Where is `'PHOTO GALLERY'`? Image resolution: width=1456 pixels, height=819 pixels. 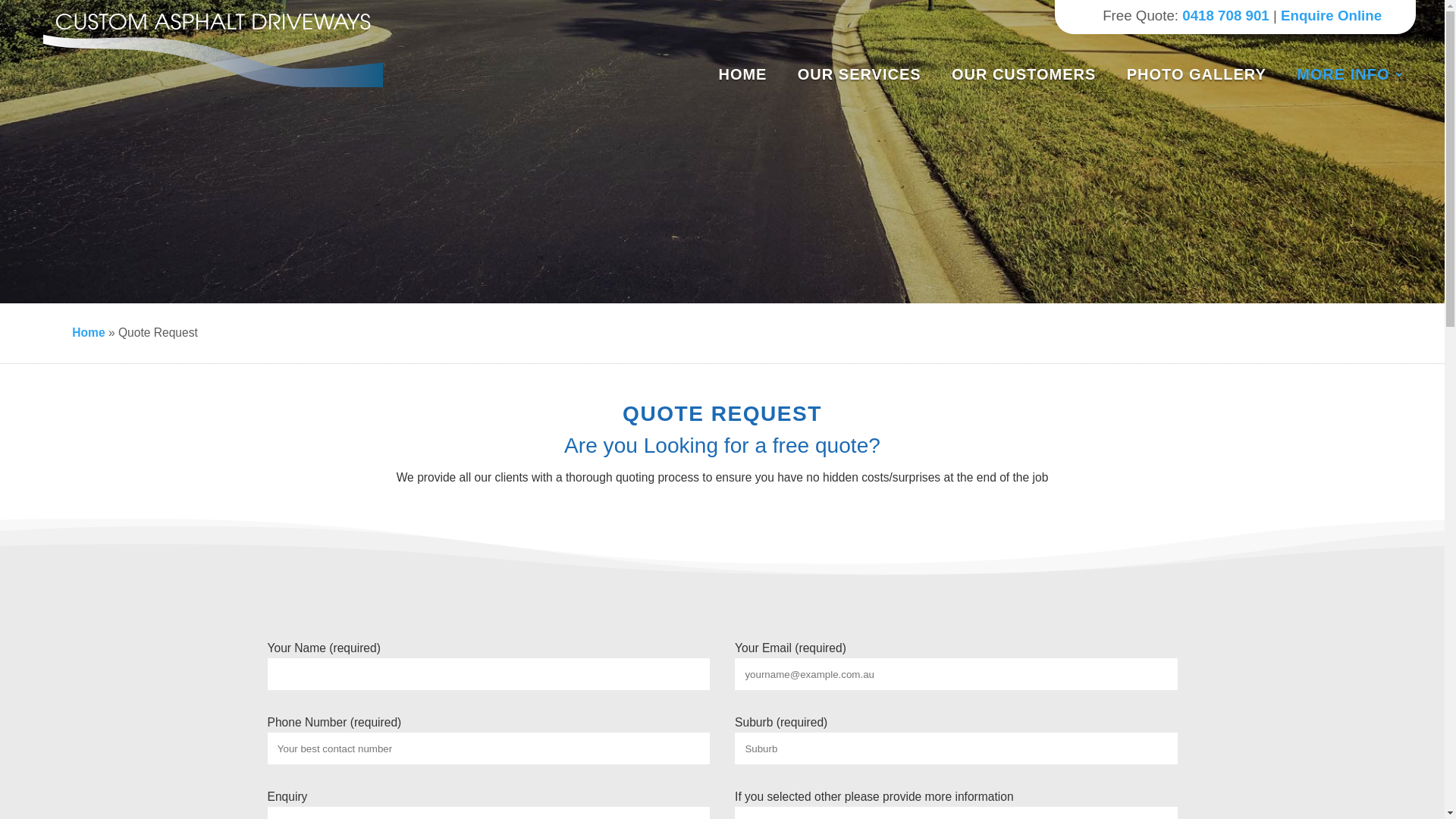
'PHOTO GALLERY' is located at coordinates (1201, 74).